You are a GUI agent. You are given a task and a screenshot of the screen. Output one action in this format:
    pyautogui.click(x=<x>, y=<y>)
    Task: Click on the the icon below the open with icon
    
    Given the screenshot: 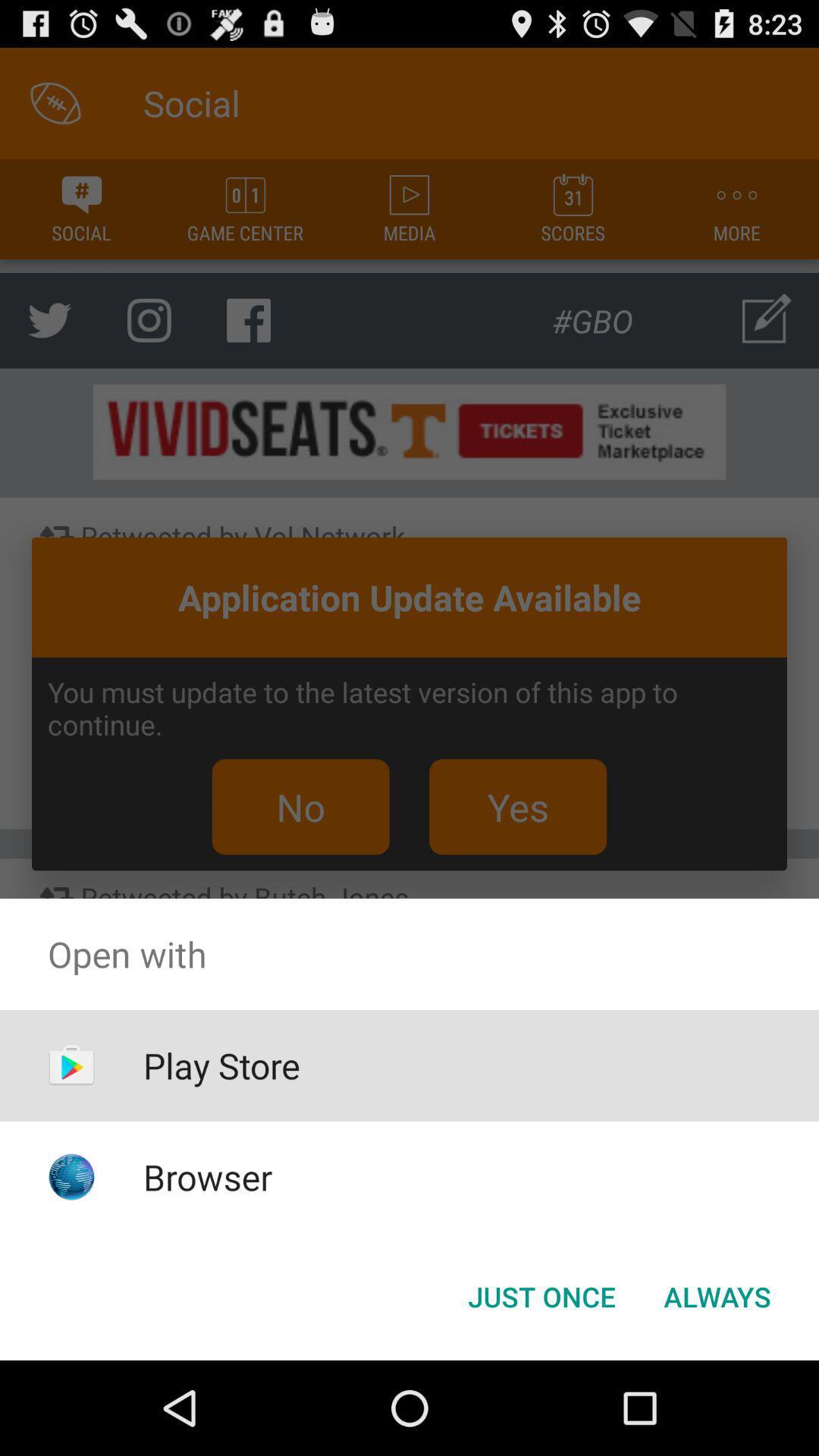 What is the action you would take?
    pyautogui.click(x=541, y=1295)
    